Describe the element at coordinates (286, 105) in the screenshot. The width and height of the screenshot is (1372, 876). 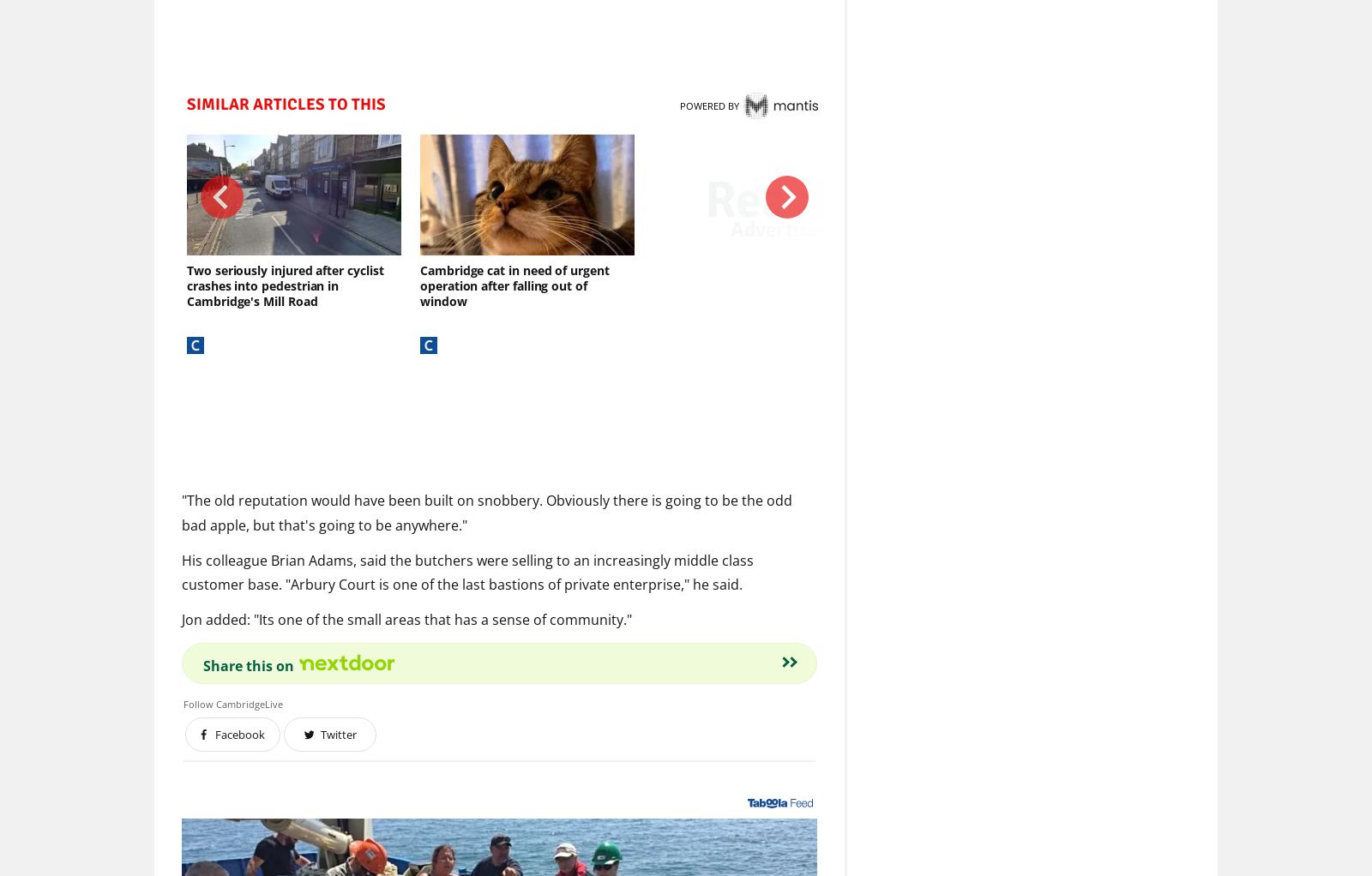
I see `'SIMILAR ARTICLES TO THIS'` at that location.